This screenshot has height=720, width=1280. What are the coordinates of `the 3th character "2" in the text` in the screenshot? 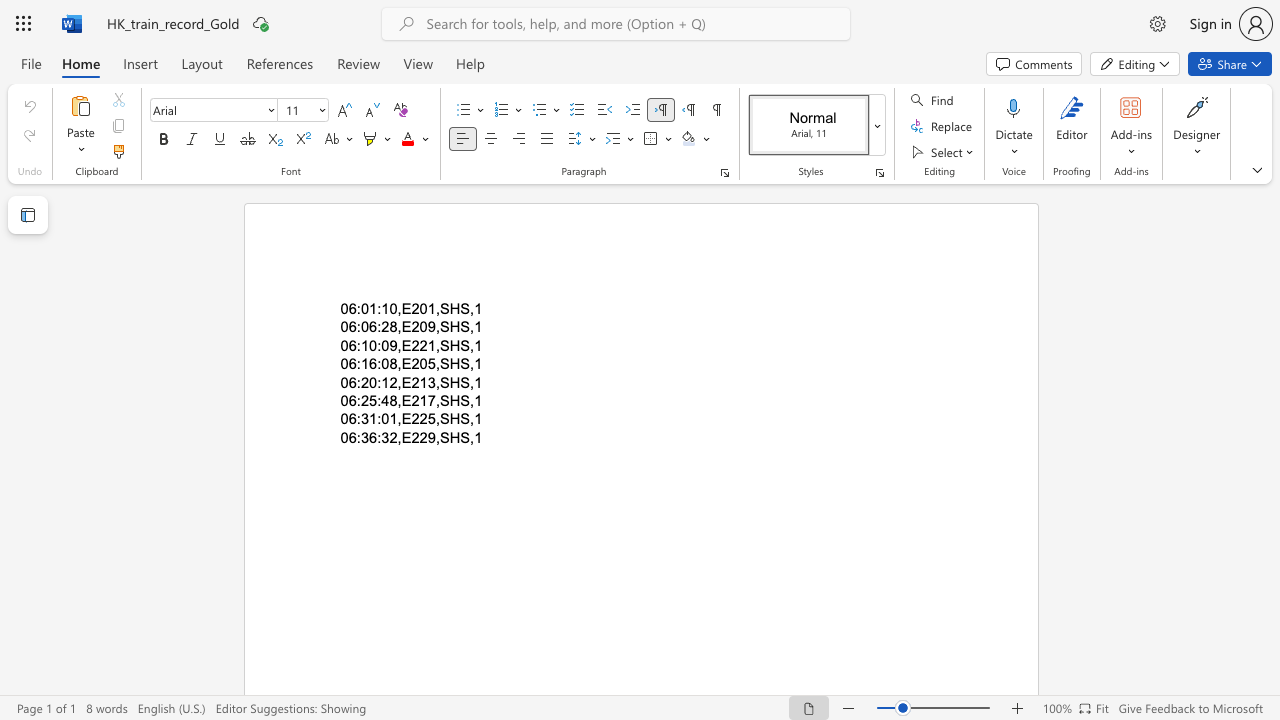 It's located at (422, 436).